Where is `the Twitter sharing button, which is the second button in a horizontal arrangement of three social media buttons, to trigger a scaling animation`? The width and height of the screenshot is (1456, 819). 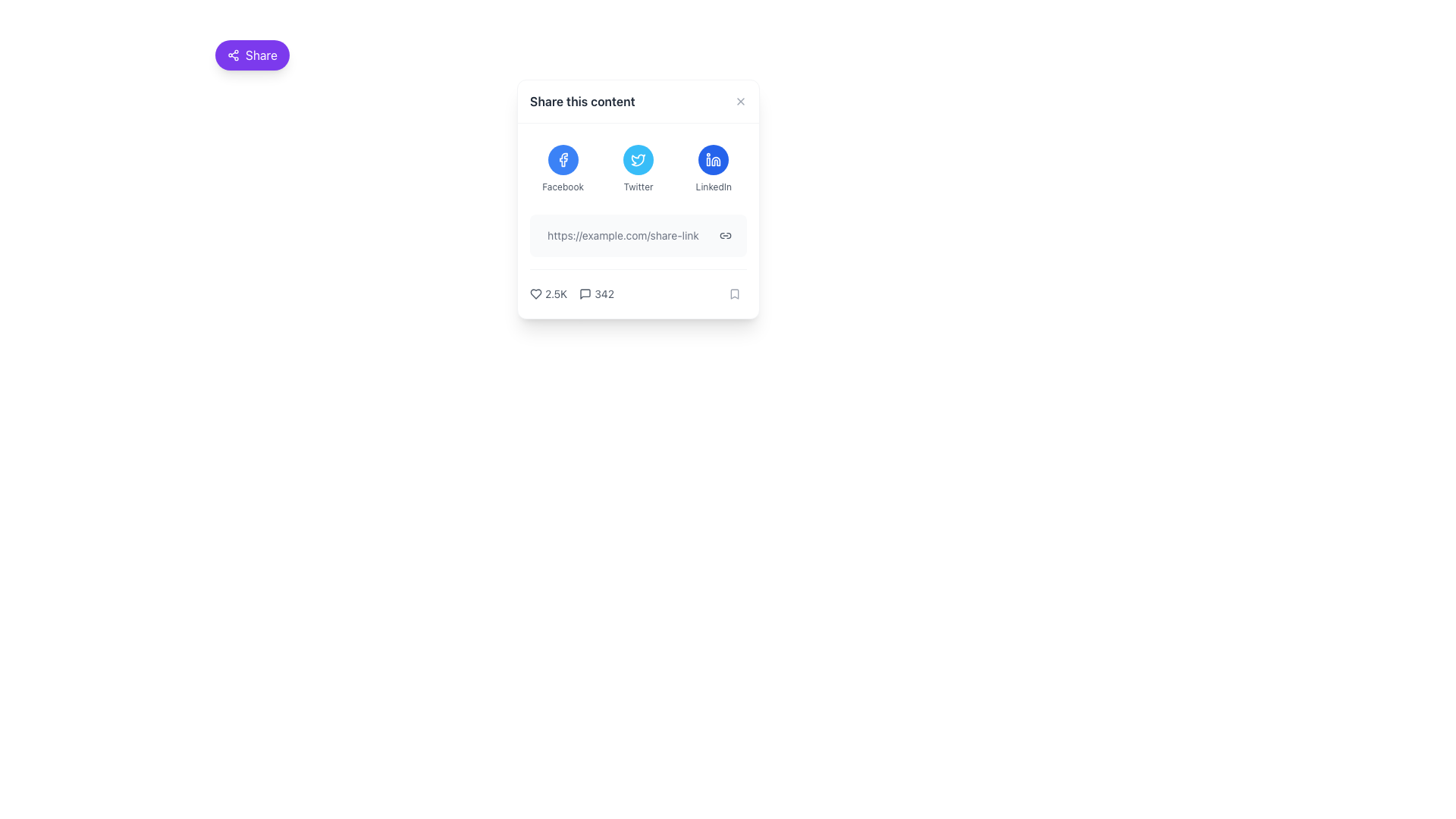
the Twitter sharing button, which is the second button in a horizontal arrangement of three social media buttons, to trigger a scaling animation is located at coordinates (638, 169).